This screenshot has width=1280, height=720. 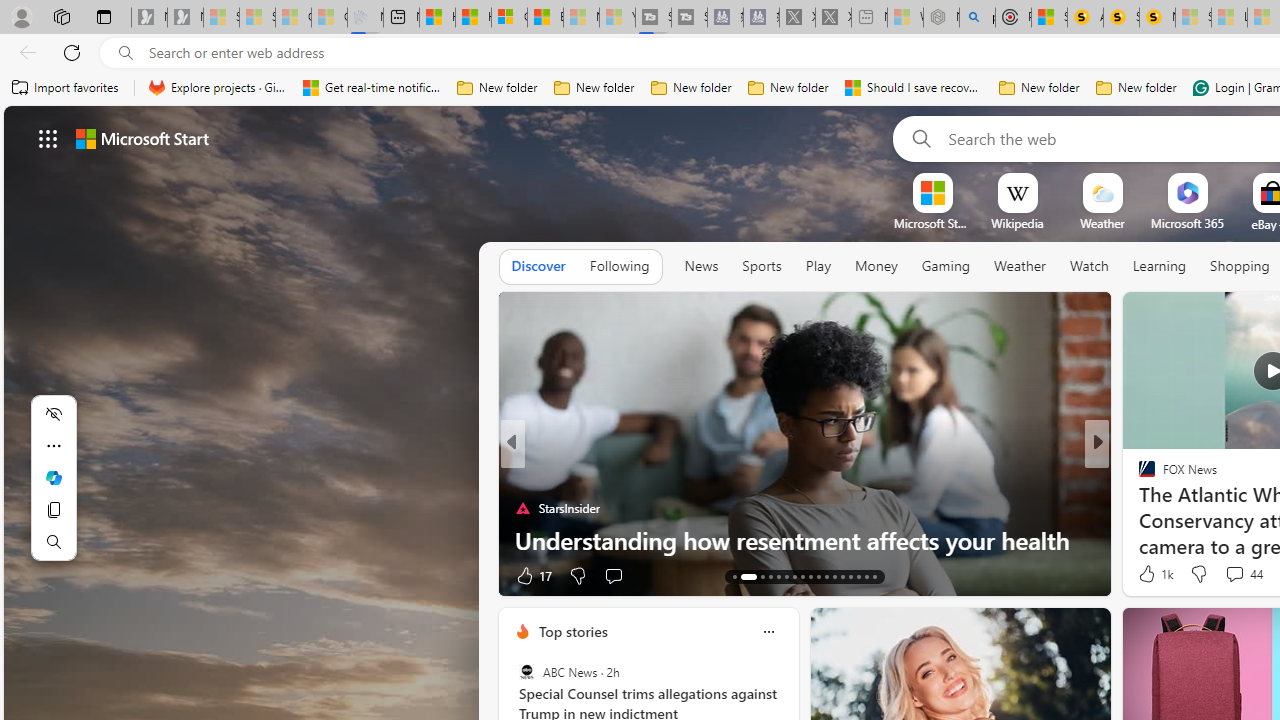 I want to click on 'AutomationID: tab-18', so click(x=785, y=577).